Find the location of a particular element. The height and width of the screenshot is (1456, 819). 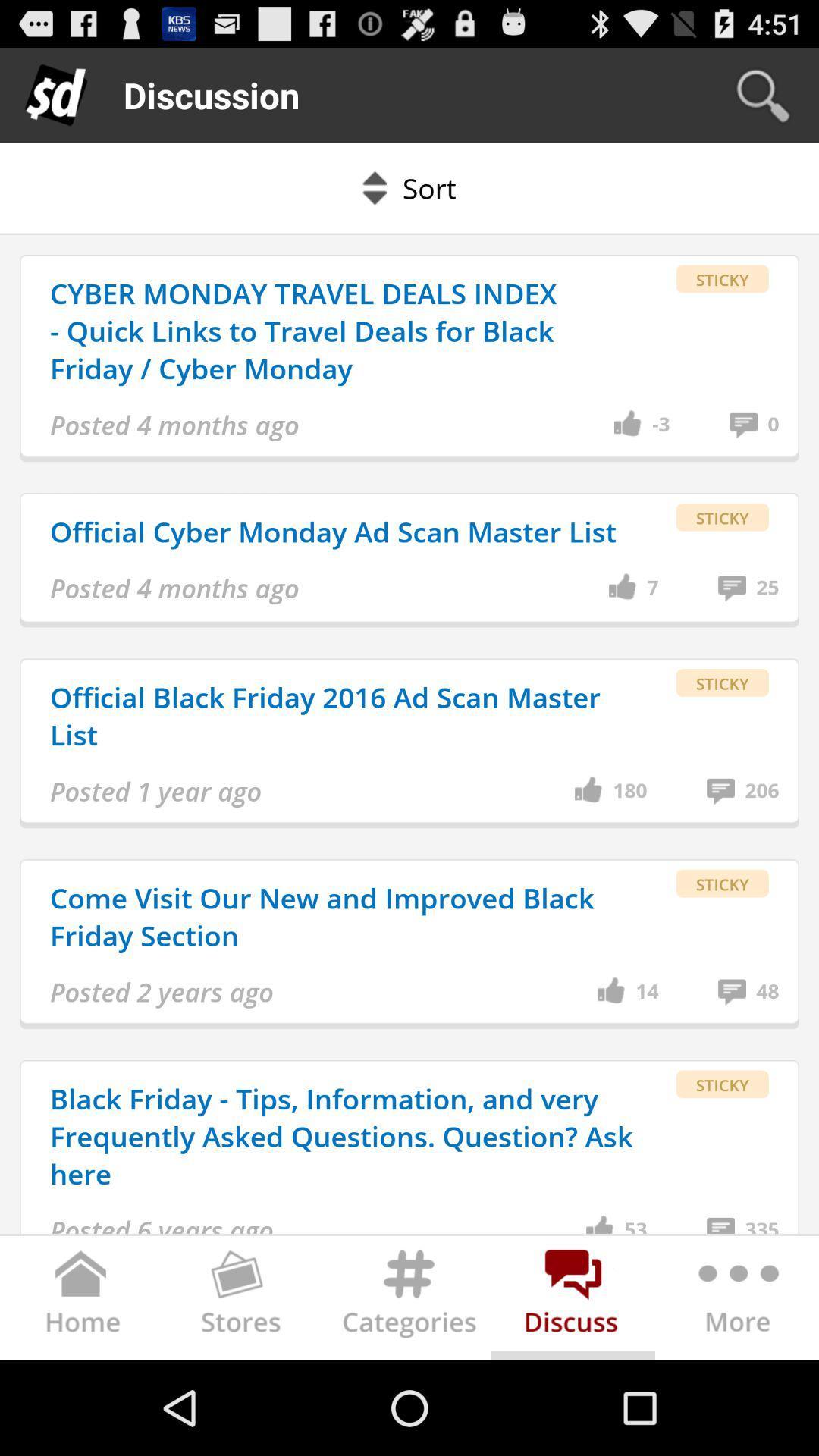

the chat icon is located at coordinates (573, 1392).